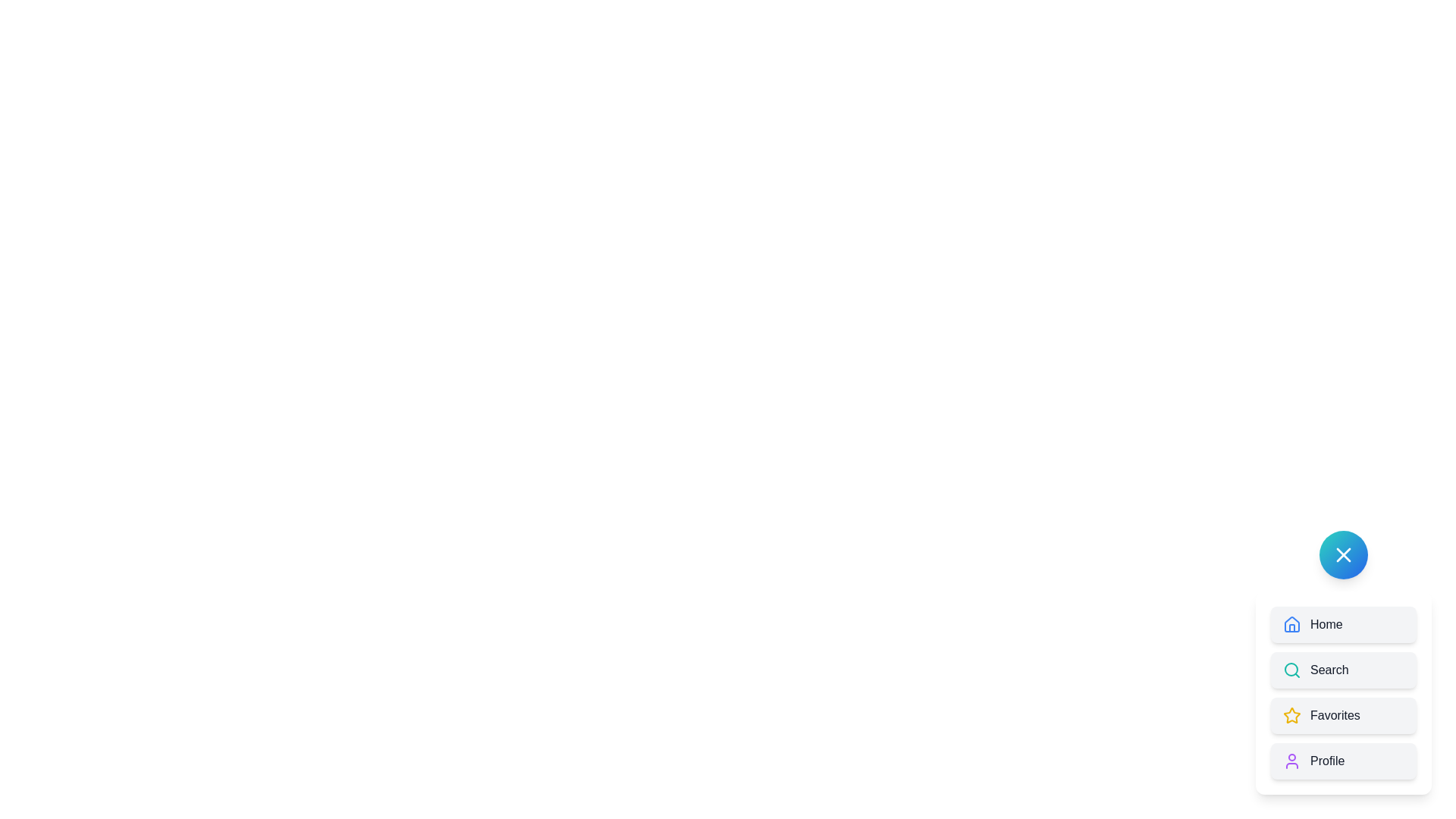 Image resolution: width=1456 pixels, height=819 pixels. Describe the element at coordinates (1291, 715) in the screenshot. I see `the Favorites icon located in the sidebar menu, positioned next to the 'Favorites' text label` at that location.